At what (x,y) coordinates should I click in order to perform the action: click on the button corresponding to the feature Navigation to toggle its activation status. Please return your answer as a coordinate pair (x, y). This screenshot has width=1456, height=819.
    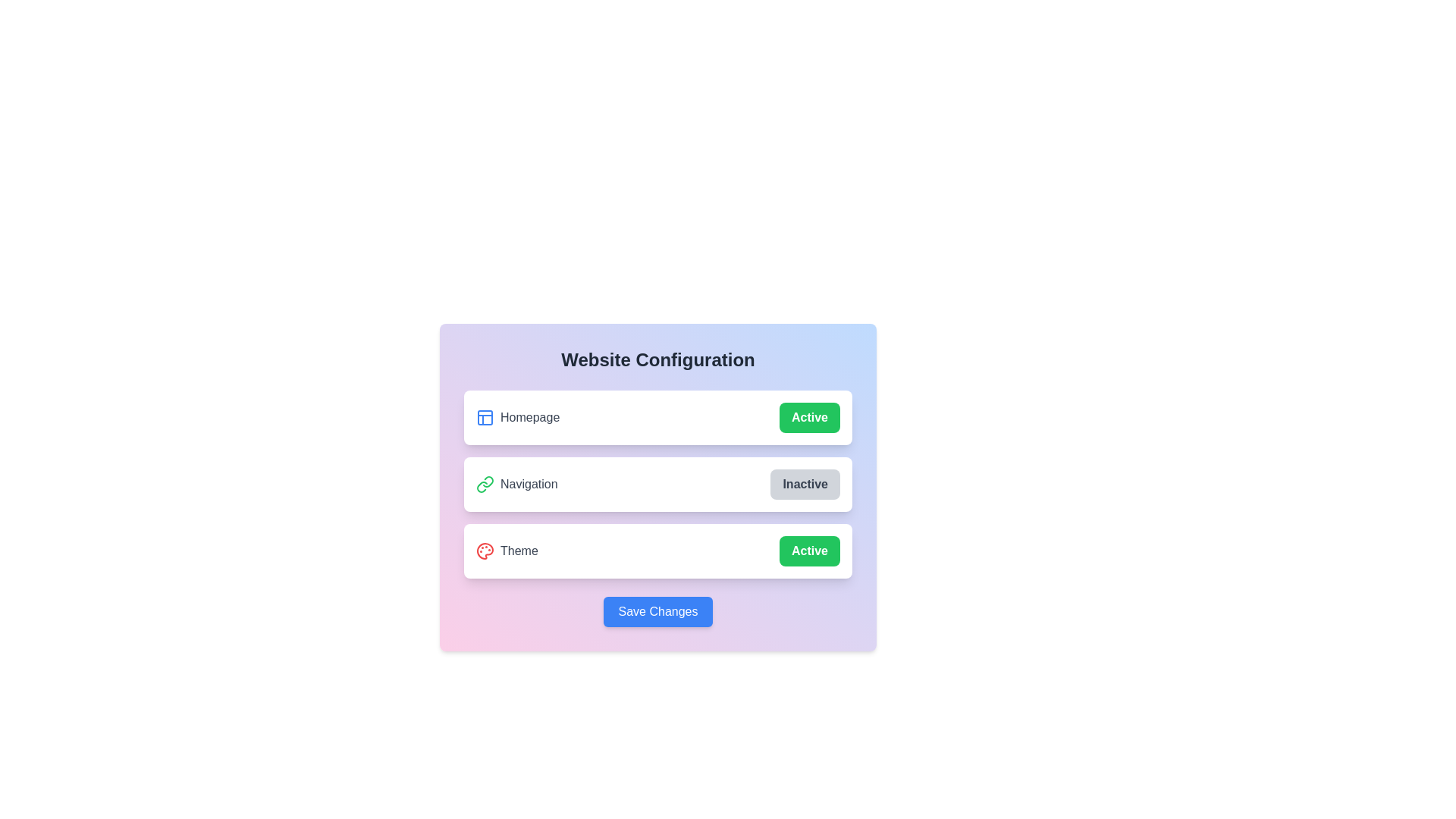
    Looking at the image, I should click on (805, 485).